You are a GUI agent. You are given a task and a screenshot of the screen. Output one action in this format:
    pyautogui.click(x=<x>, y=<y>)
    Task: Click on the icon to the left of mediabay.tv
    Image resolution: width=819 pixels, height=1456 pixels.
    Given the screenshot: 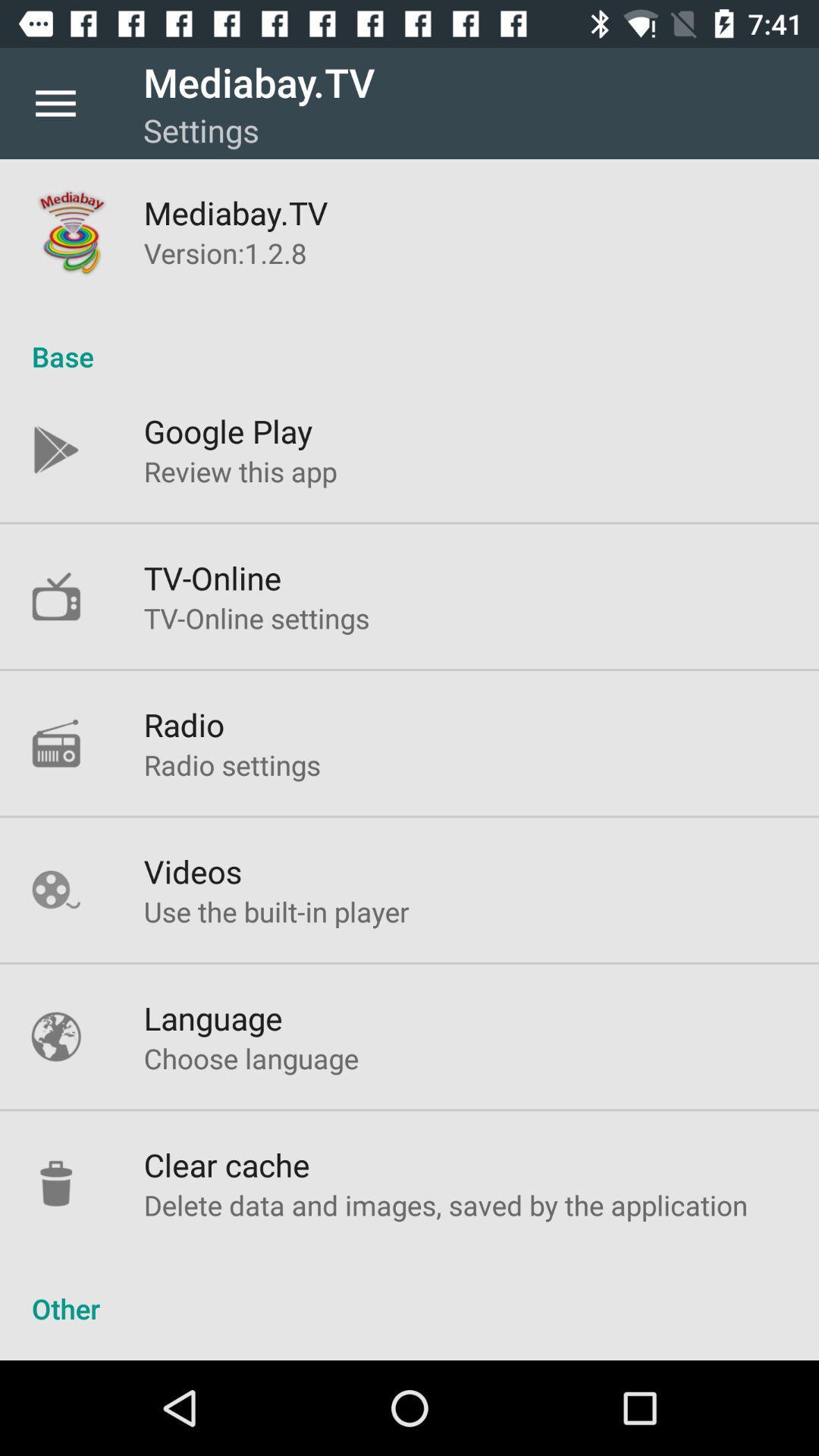 What is the action you would take?
    pyautogui.click(x=55, y=102)
    